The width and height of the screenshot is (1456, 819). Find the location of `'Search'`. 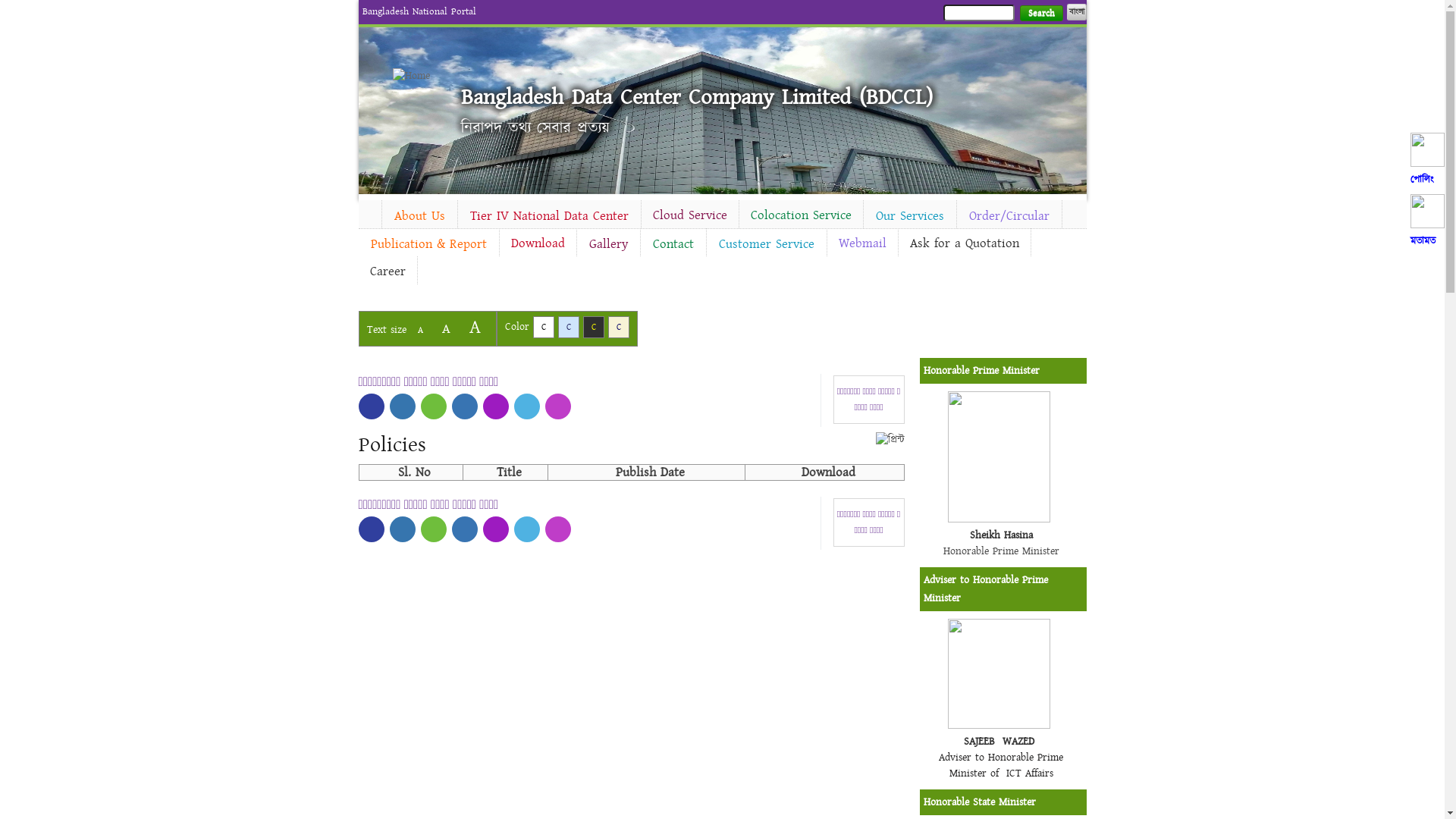

'Search' is located at coordinates (1040, 13).